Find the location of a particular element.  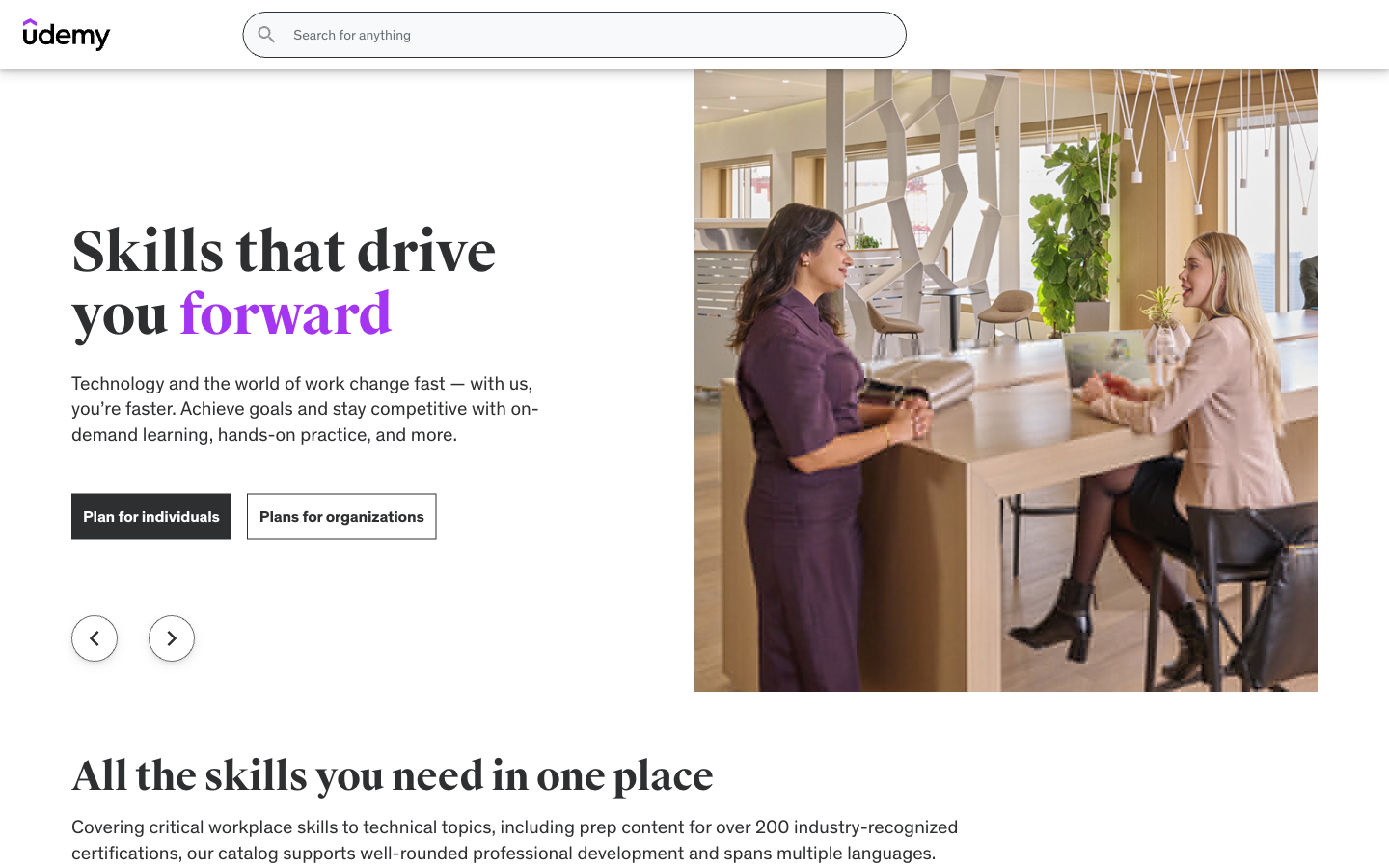

Change filter category is located at coordinates (313, 441).